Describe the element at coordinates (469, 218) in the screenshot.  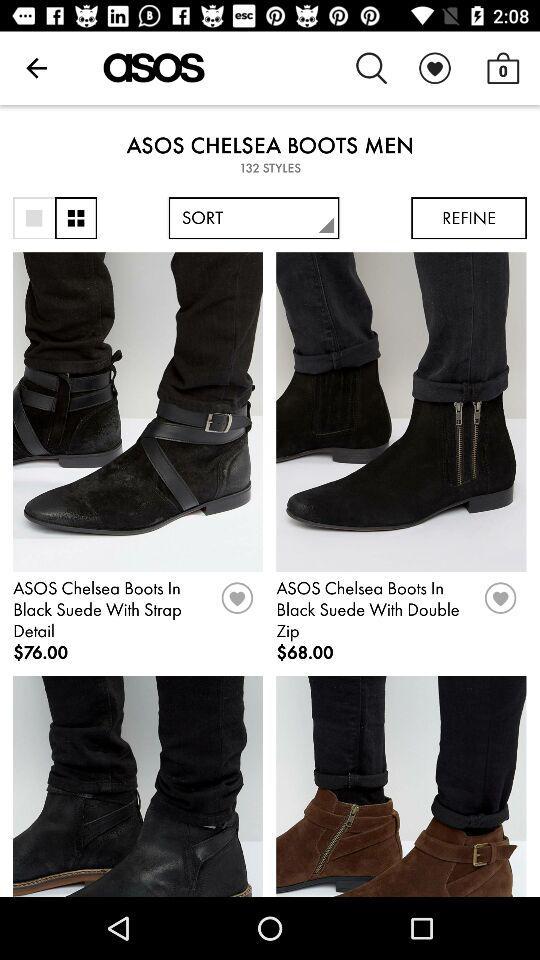
I see `the icon below the 132 styles` at that location.